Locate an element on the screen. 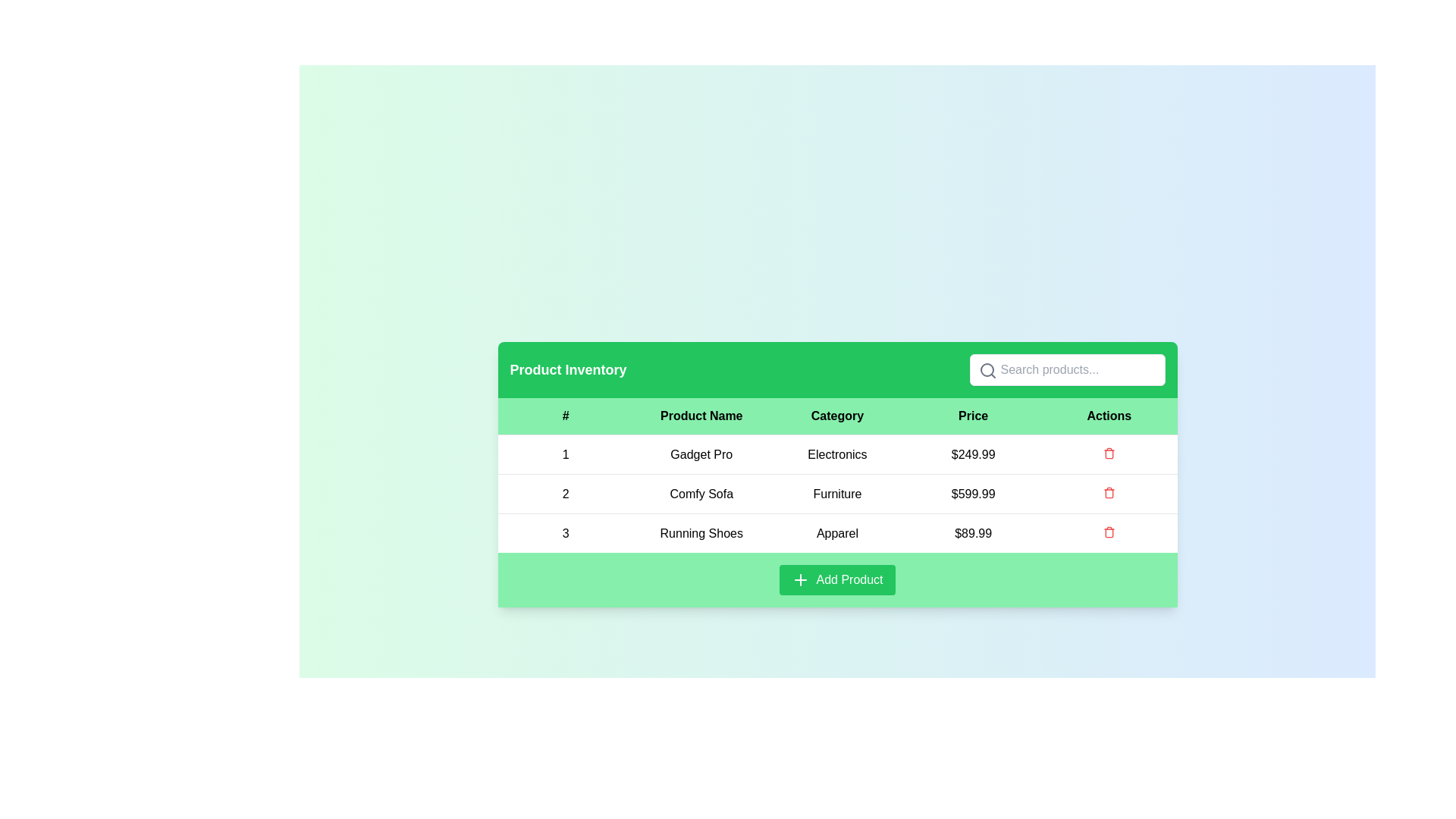 Image resolution: width=1456 pixels, height=819 pixels. the static text label displaying the price '$249.99' for the 'Gadget Pro' item in the fourth cell of the table under the 'Price' column is located at coordinates (973, 453).